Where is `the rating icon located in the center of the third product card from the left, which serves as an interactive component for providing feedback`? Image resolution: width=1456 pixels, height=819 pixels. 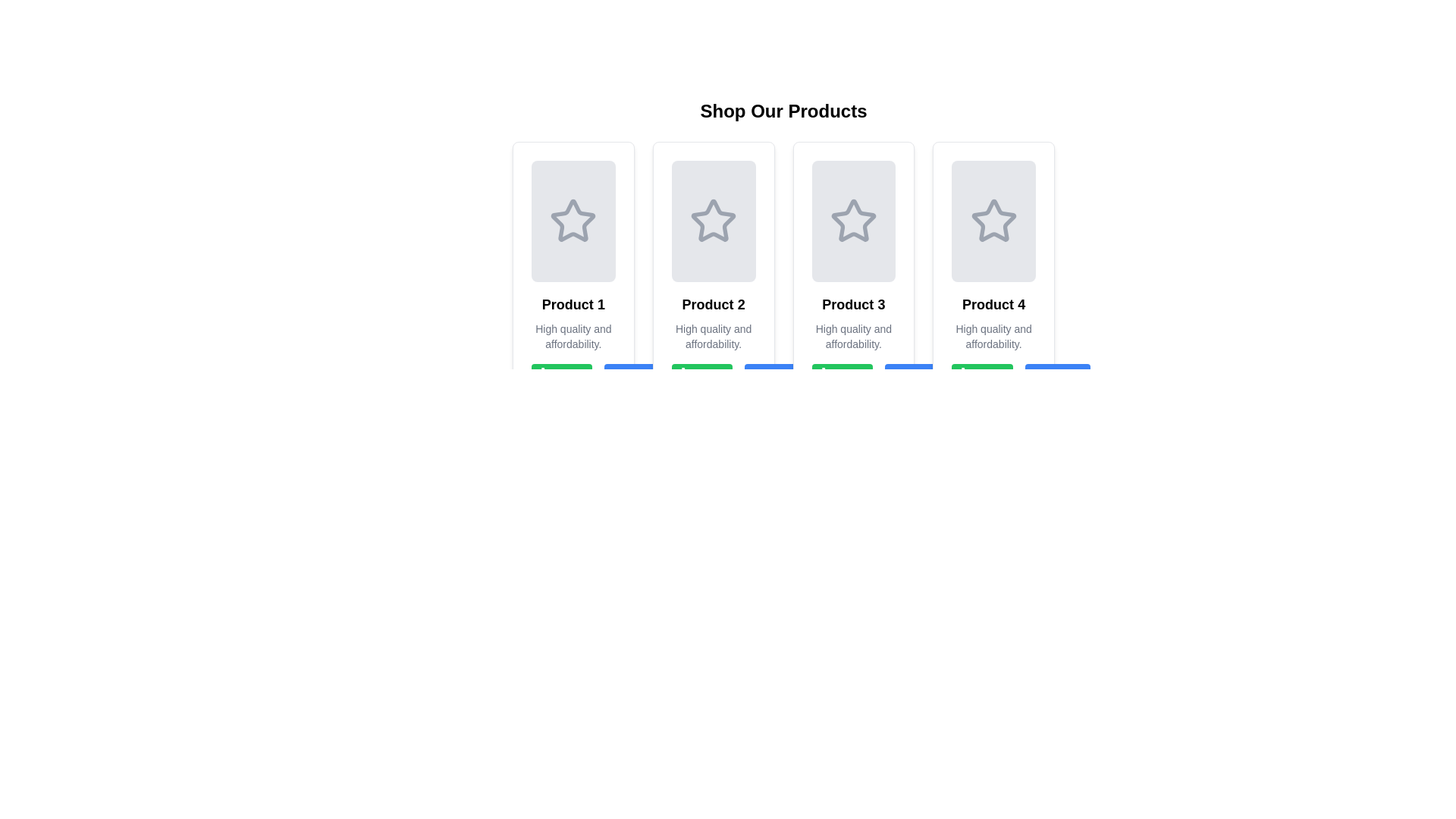
the rating icon located in the center of the third product card from the left, which serves as an interactive component for providing feedback is located at coordinates (853, 220).